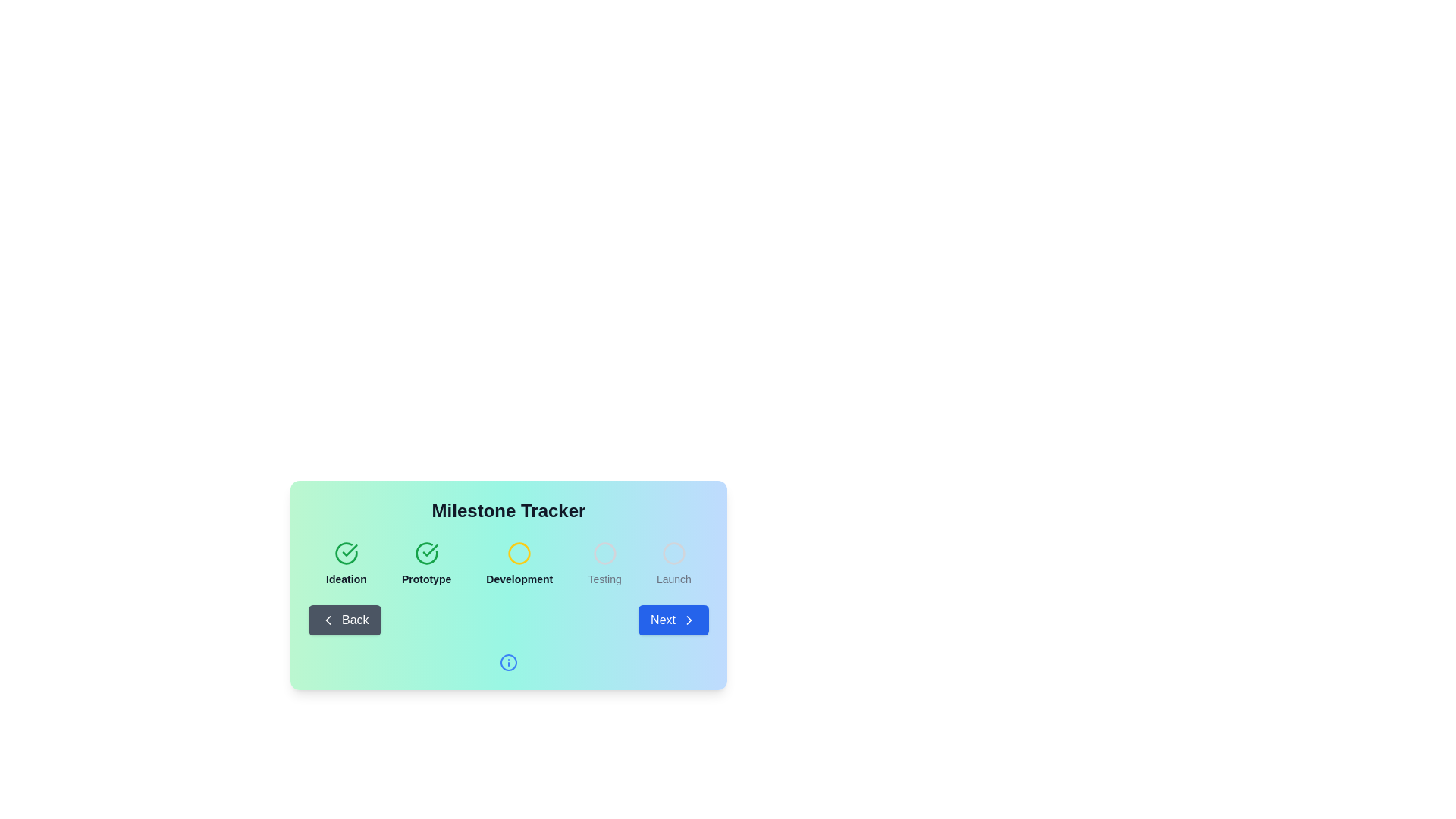 This screenshot has height=819, width=1456. Describe the element at coordinates (688, 620) in the screenshot. I see `the chevron arrow icon located in the bottom-right corner of the interface to proceed` at that location.